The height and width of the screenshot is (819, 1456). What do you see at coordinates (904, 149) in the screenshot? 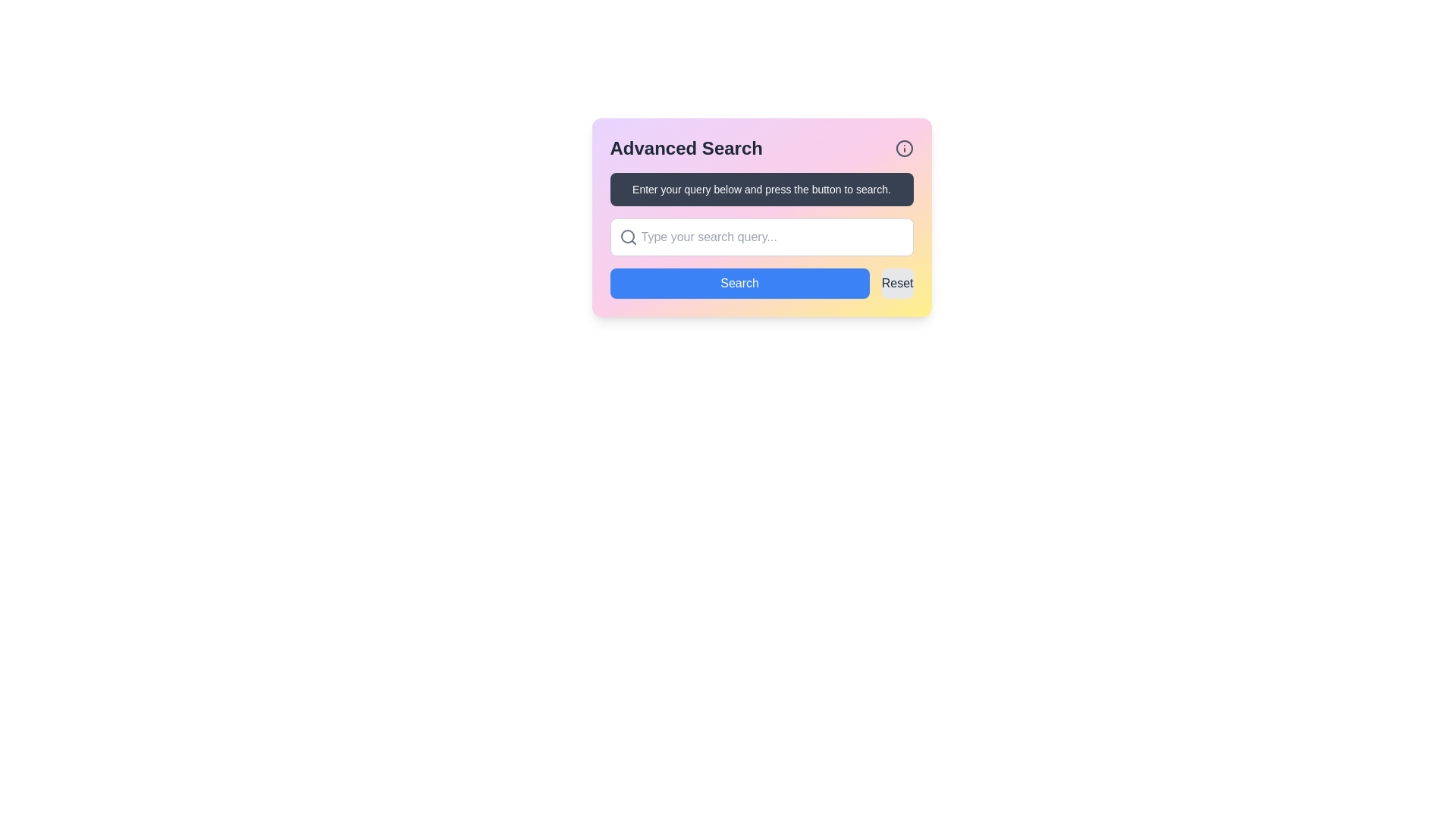
I see `the gray circular icon with a vertical line and a dot, located next to the 'Advanced Search' header` at bounding box center [904, 149].